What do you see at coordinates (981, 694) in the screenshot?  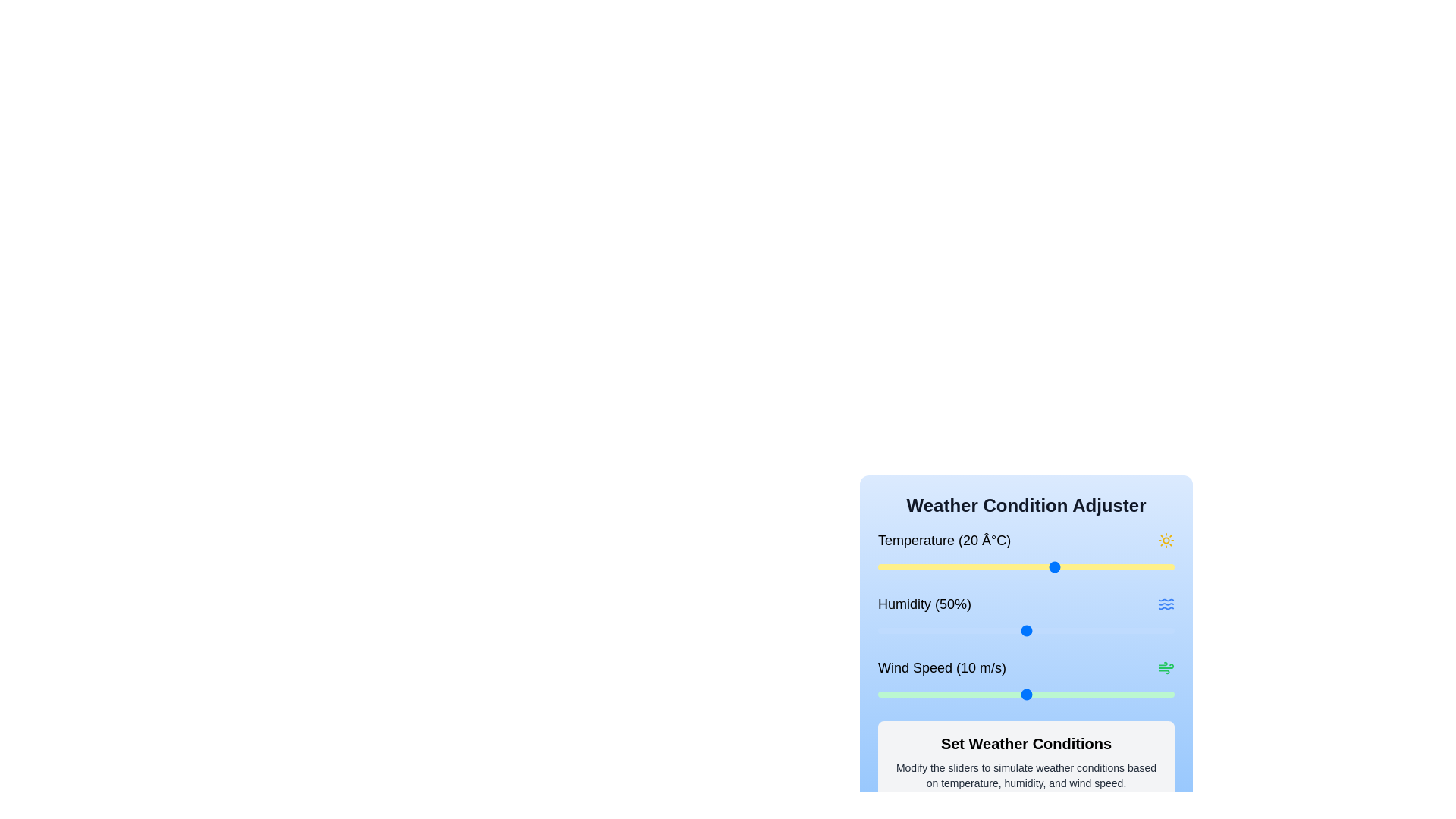 I see `the wind speed slider to set the wind speed to 7 m/s` at bounding box center [981, 694].